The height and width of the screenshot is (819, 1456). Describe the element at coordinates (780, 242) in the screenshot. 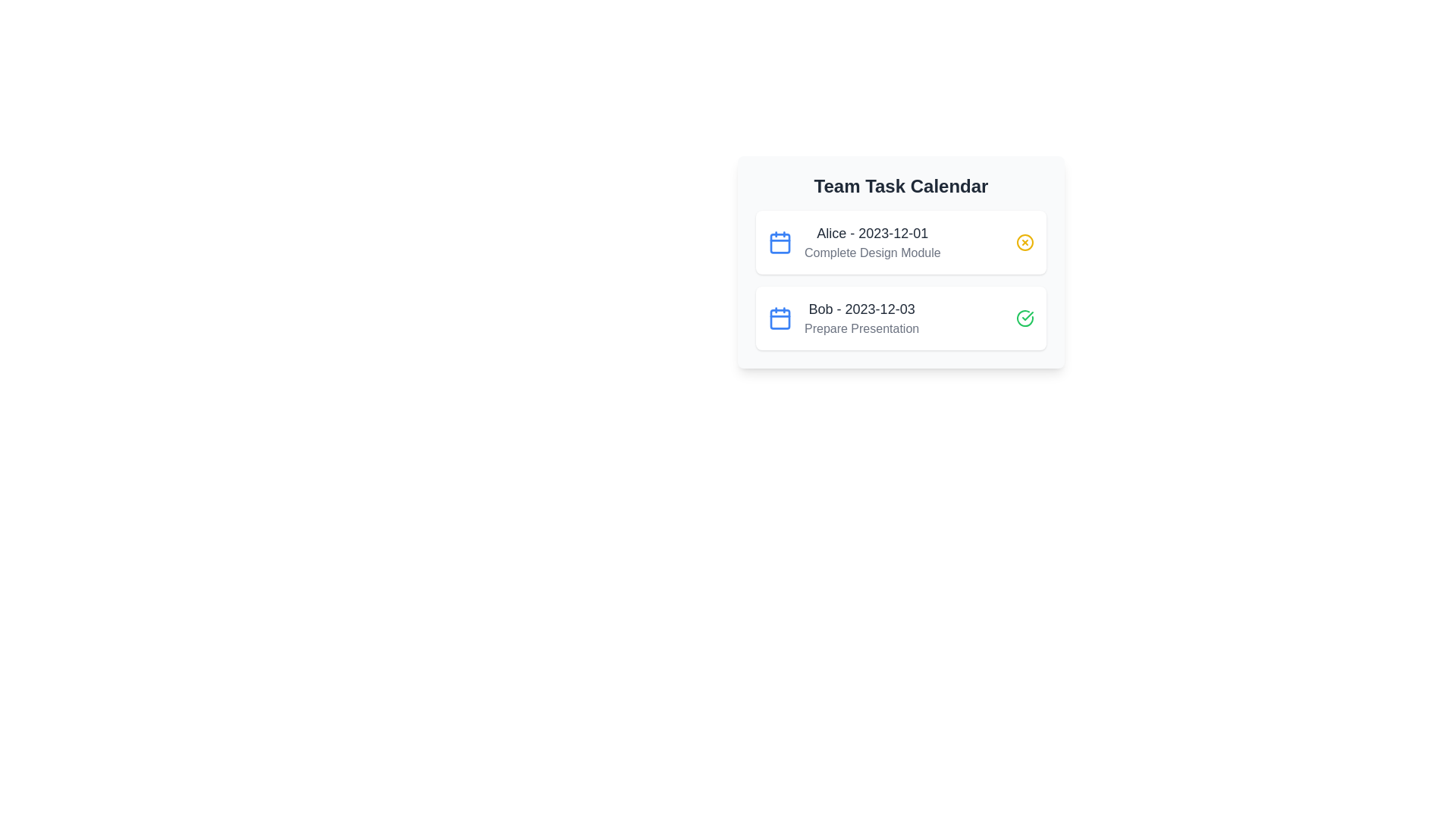

I see `the calendar icon next to the task of Alice - 2023-12-01` at that location.